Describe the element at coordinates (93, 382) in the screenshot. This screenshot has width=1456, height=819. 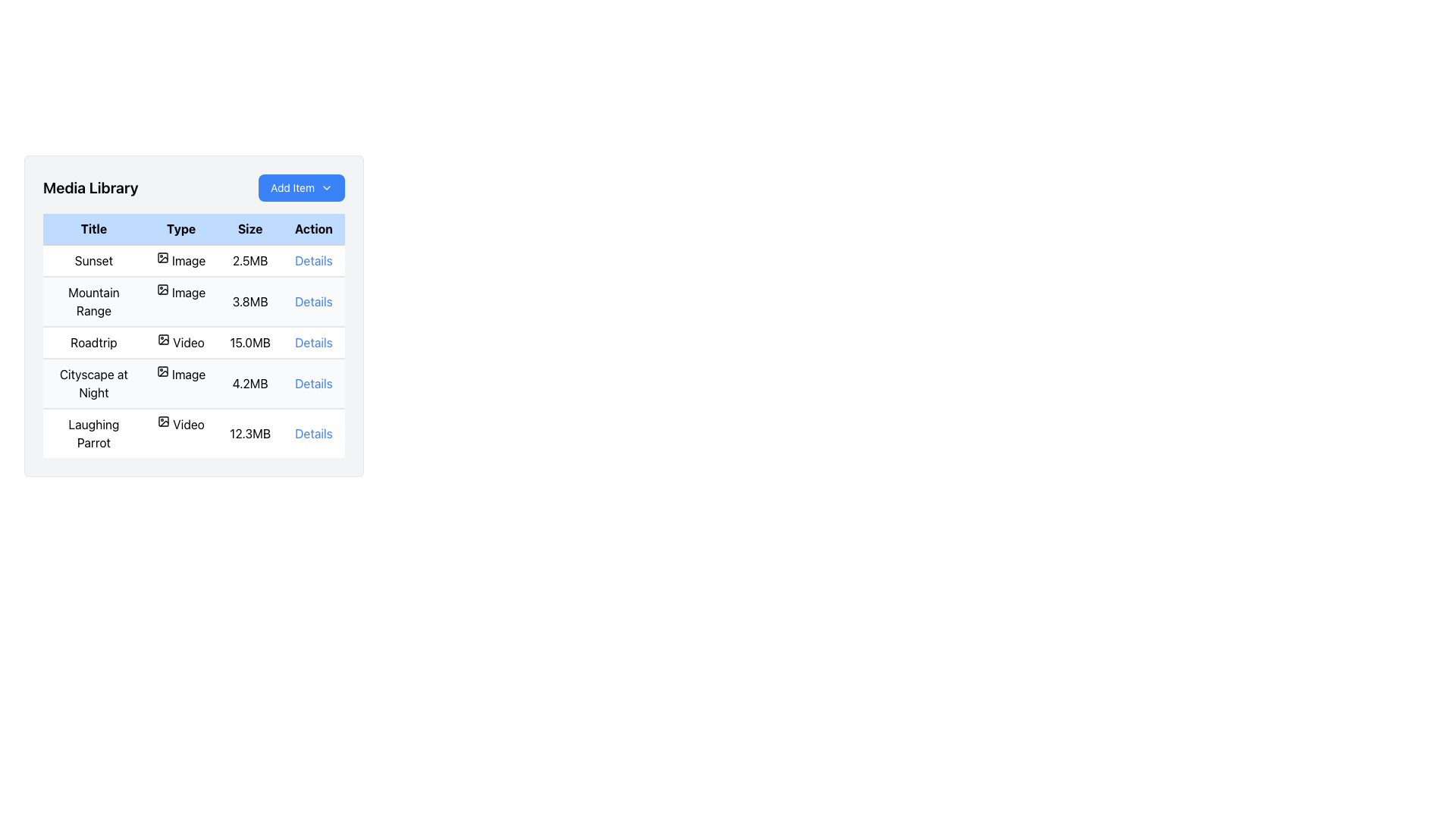
I see `the text label displaying the title 'Cityscape at Night' located in the fourth row of the table under the 'Title' column` at that location.